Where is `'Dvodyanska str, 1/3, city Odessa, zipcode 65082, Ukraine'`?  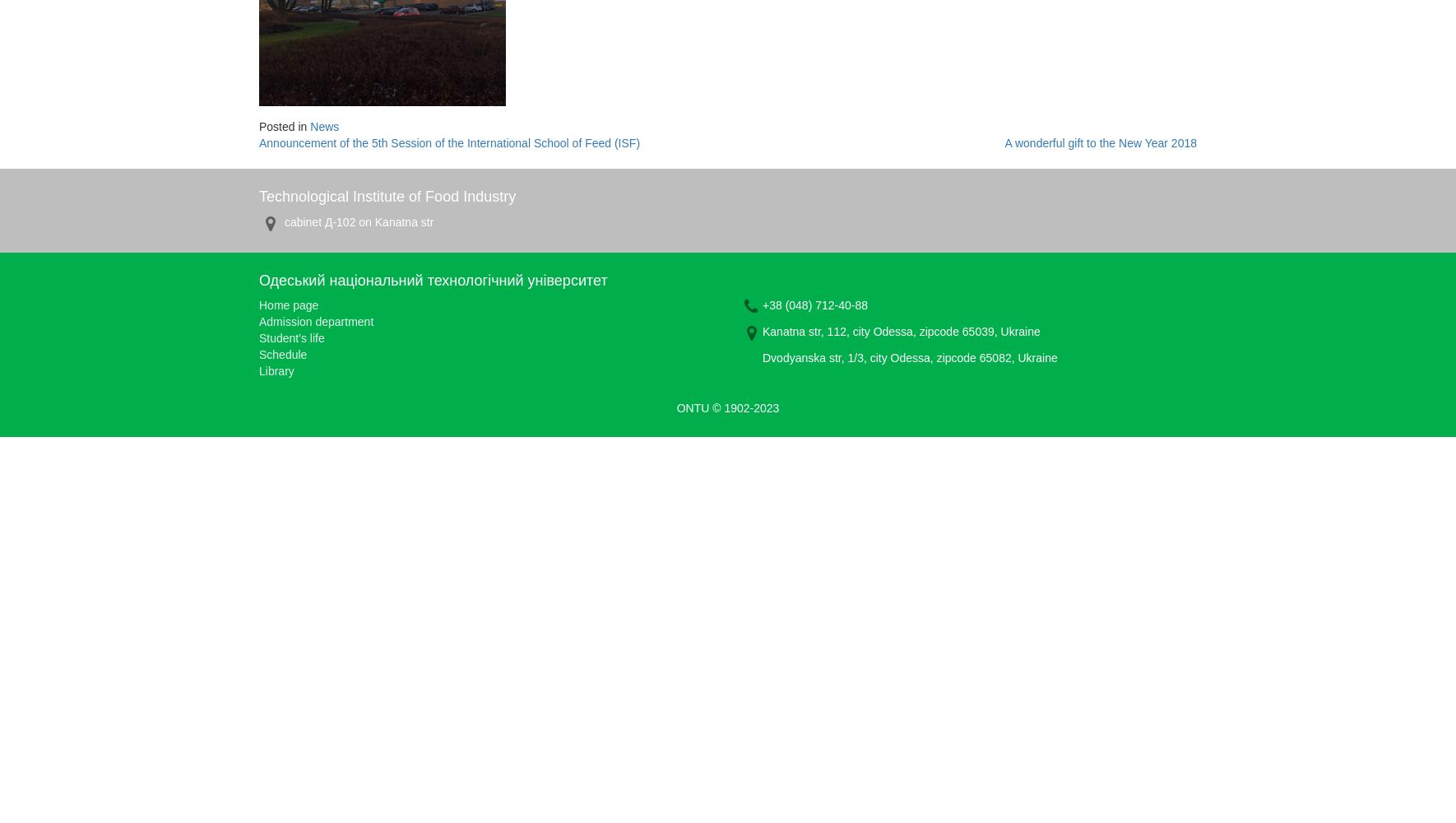
'Dvodyanska str, 1/3, city Odessa, zipcode 65082, Ukraine' is located at coordinates (761, 357).